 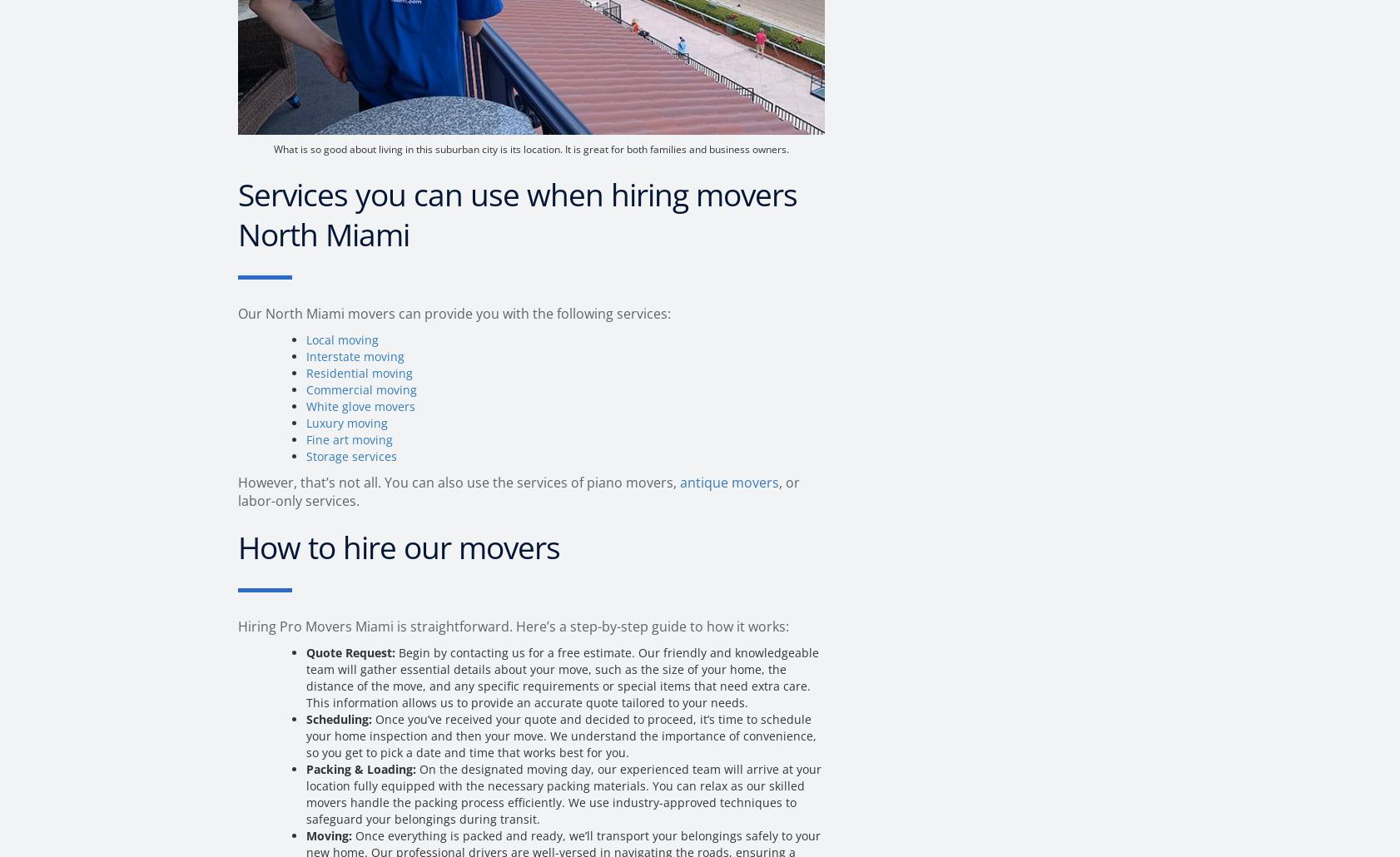 I want to click on 'Packing & Loading:', so click(x=360, y=769).